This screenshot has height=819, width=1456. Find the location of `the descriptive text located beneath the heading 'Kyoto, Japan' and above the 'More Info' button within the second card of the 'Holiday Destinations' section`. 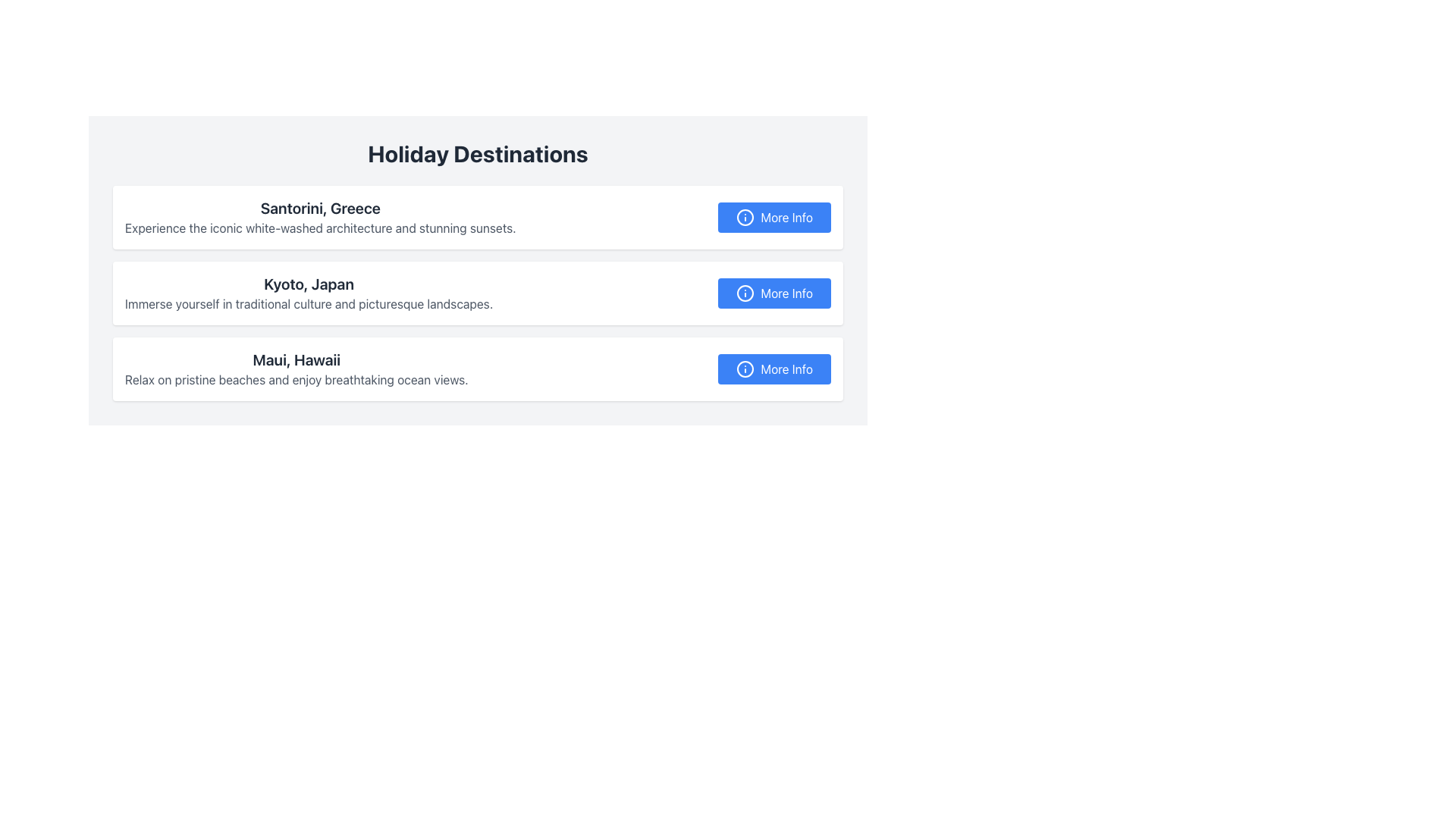

the descriptive text located beneath the heading 'Kyoto, Japan' and above the 'More Info' button within the second card of the 'Holiday Destinations' section is located at coordinates (308, 304).